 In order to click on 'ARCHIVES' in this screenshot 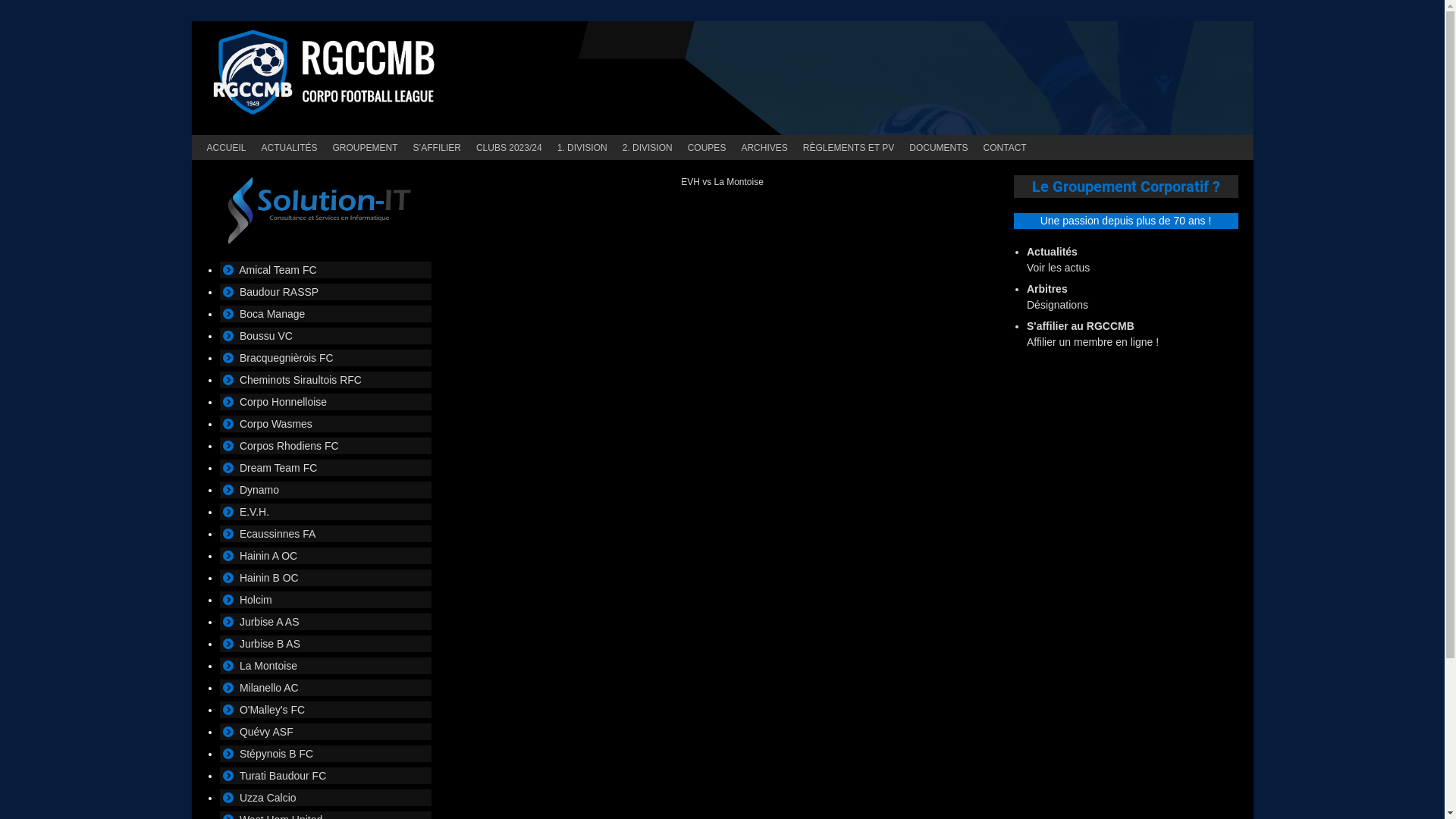, I will do `click(764, 147)`.